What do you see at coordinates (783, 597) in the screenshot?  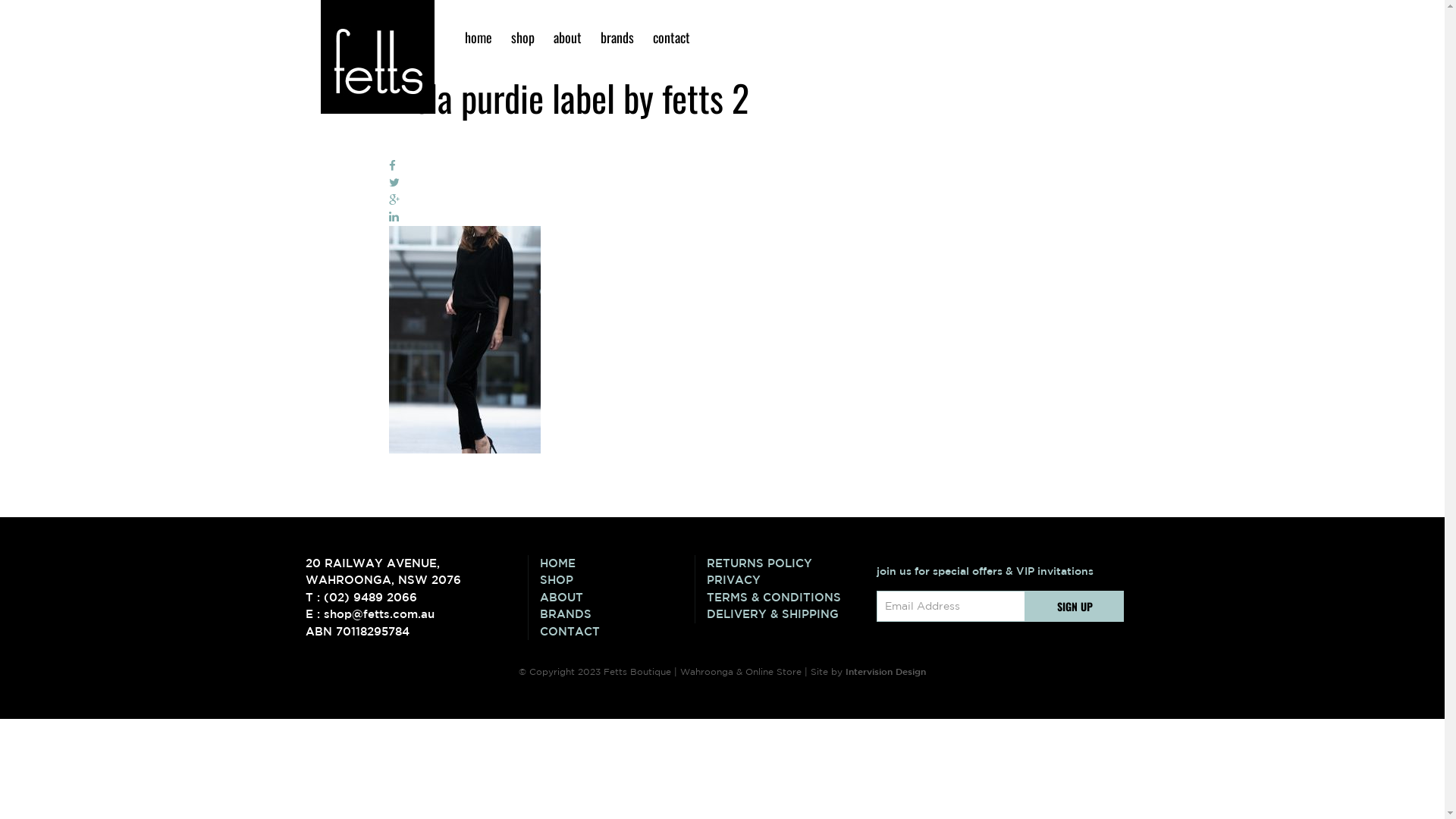 I see `'TERMS & CONDITIONS'` at bounding box center [783, 597].